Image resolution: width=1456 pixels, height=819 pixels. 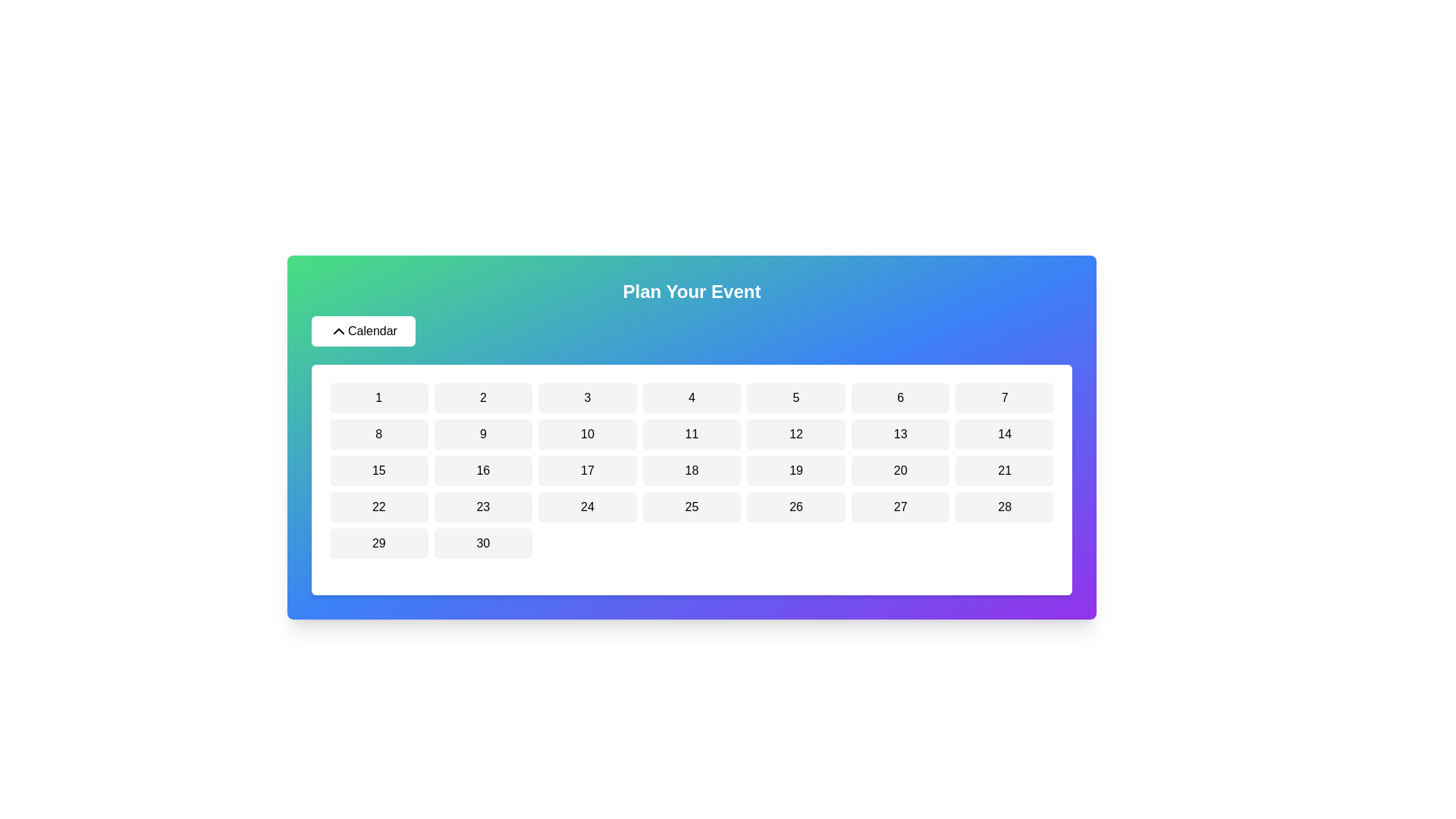 I want to click on the interactive button representing the 20th day of the calendar to change its background color, so click(x=900, y=470).